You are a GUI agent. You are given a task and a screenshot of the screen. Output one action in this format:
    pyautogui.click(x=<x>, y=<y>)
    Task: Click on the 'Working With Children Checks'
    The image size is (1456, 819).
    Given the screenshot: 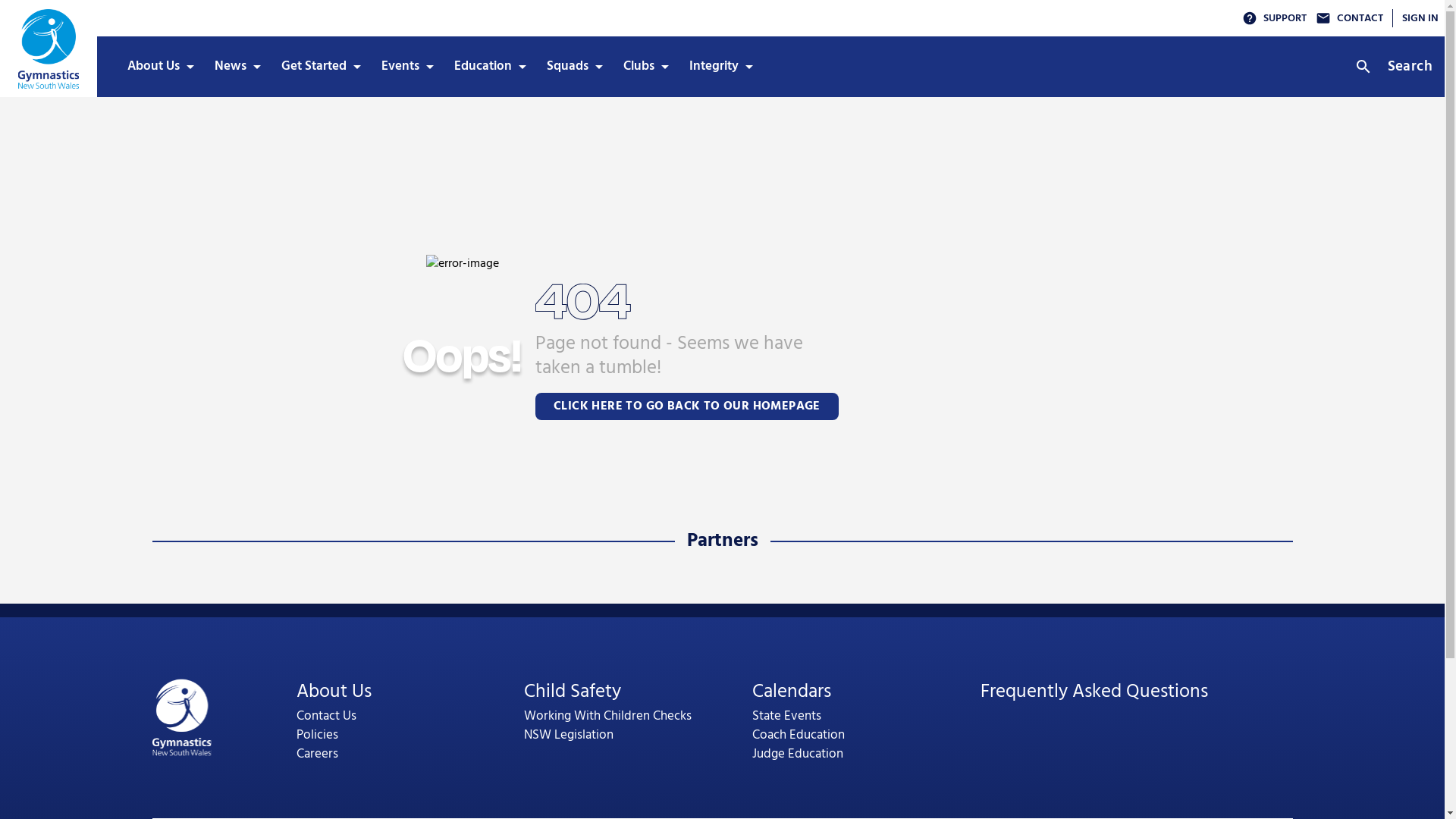 What is the action you would take?
    pyautogui.click(x=607, y=716)
    